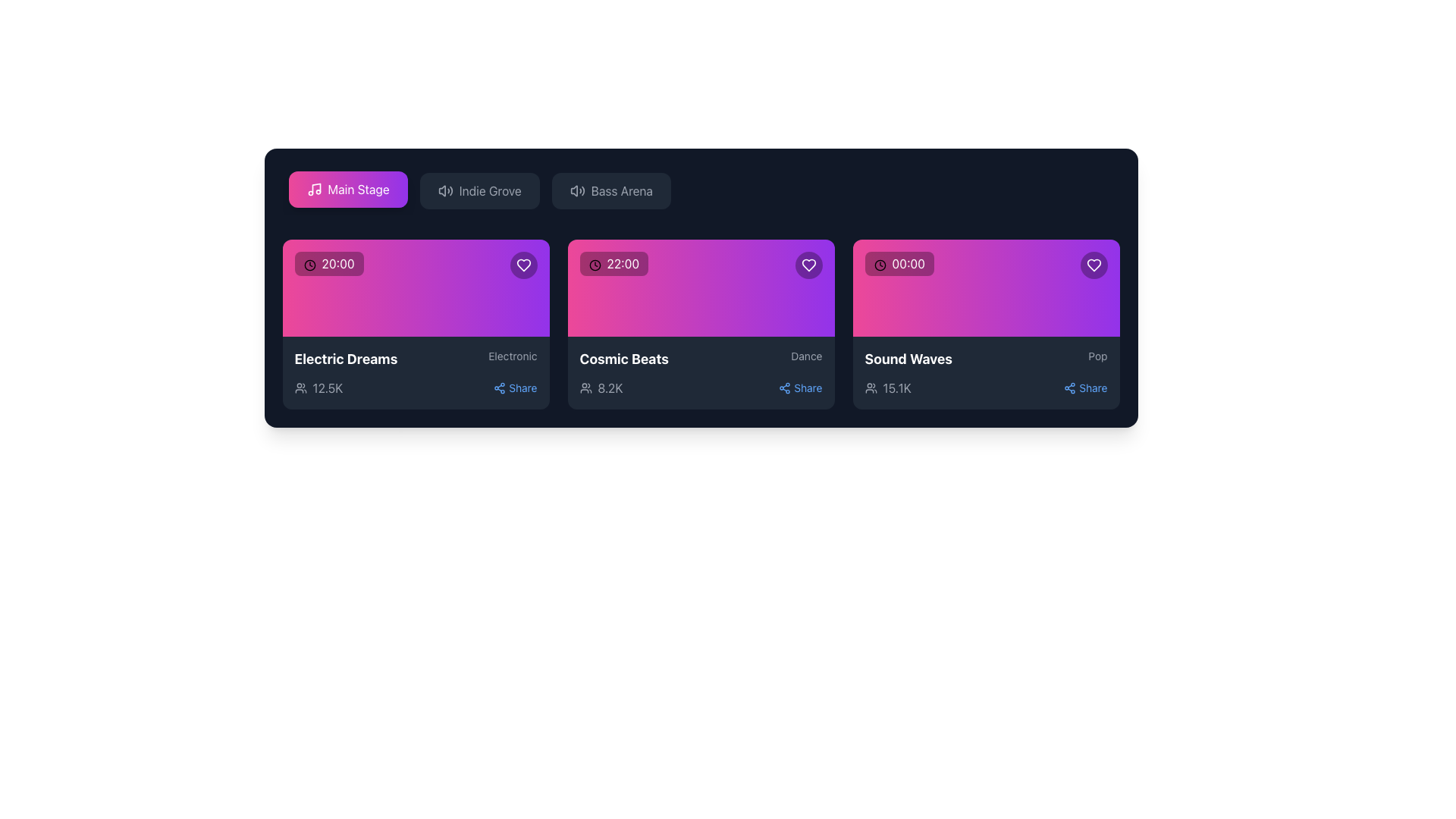 This screenshot has width=1456, height=819. What do you see at coordinates (908, 262) in the screenshot?
I see `the static text label displaying '00:00' in white color, located in the upper-left section of the 'Sound Waves' card, adjacent to a clock icon` at bounding box center [908, 262].